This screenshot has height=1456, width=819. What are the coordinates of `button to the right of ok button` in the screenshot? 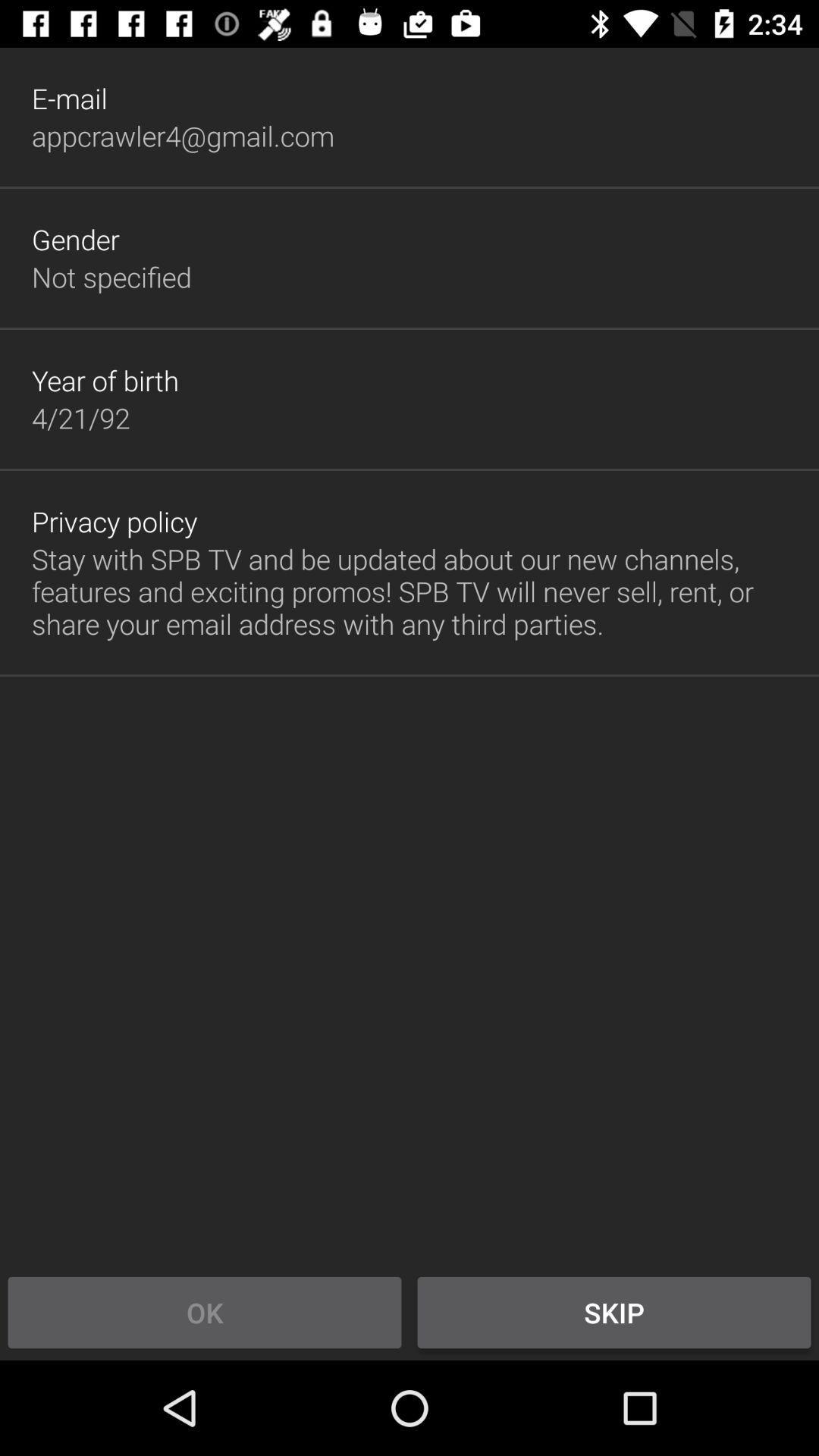 It's located at (614, 1312).